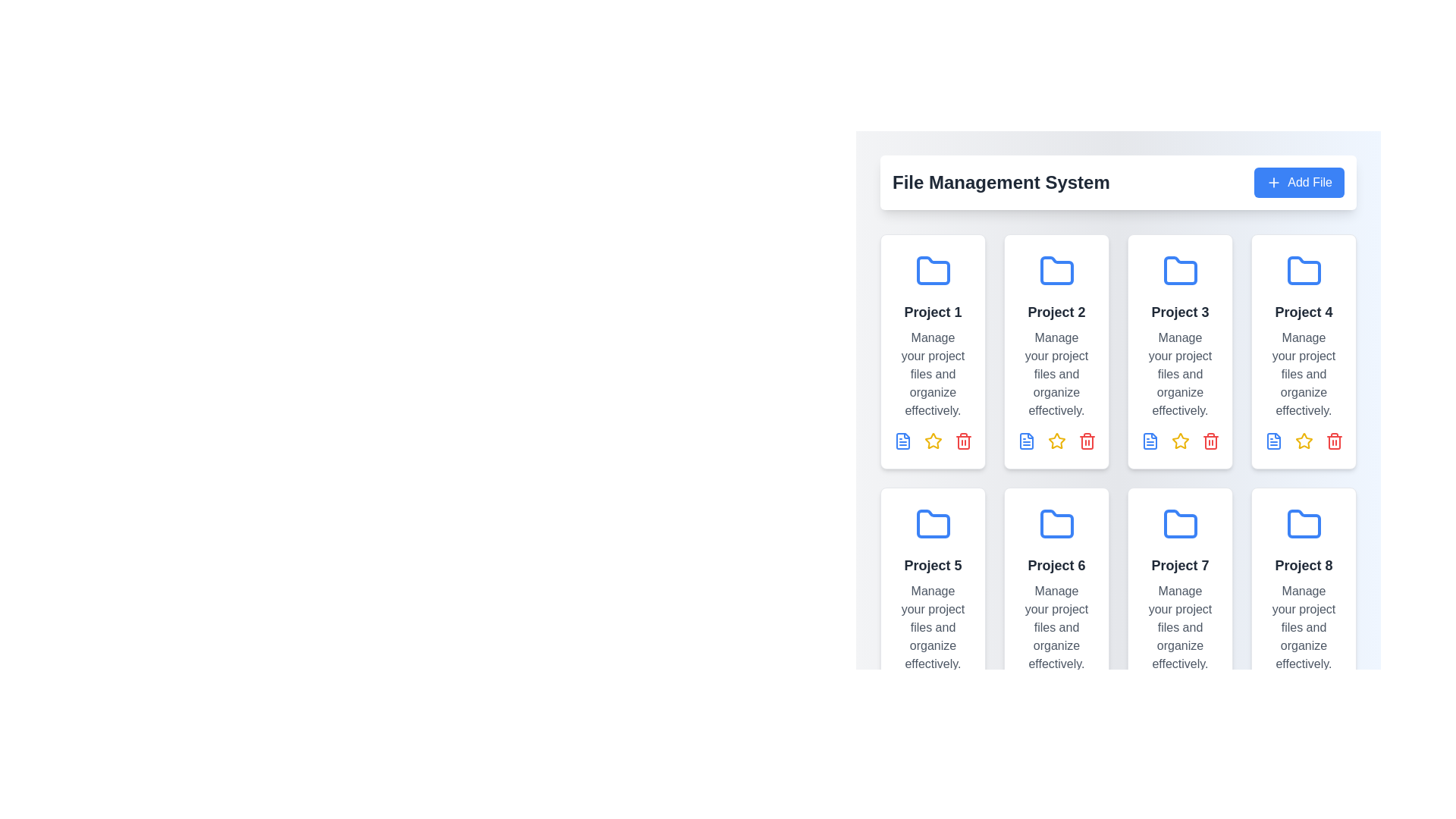 This screenshot has width=1456, height=819. What do you see at coordinates (1273, 441) in the screenshot?
I see `the file icon located at the top right of the interface within the 'Project 4' card` at bounding box center [1273, 441].